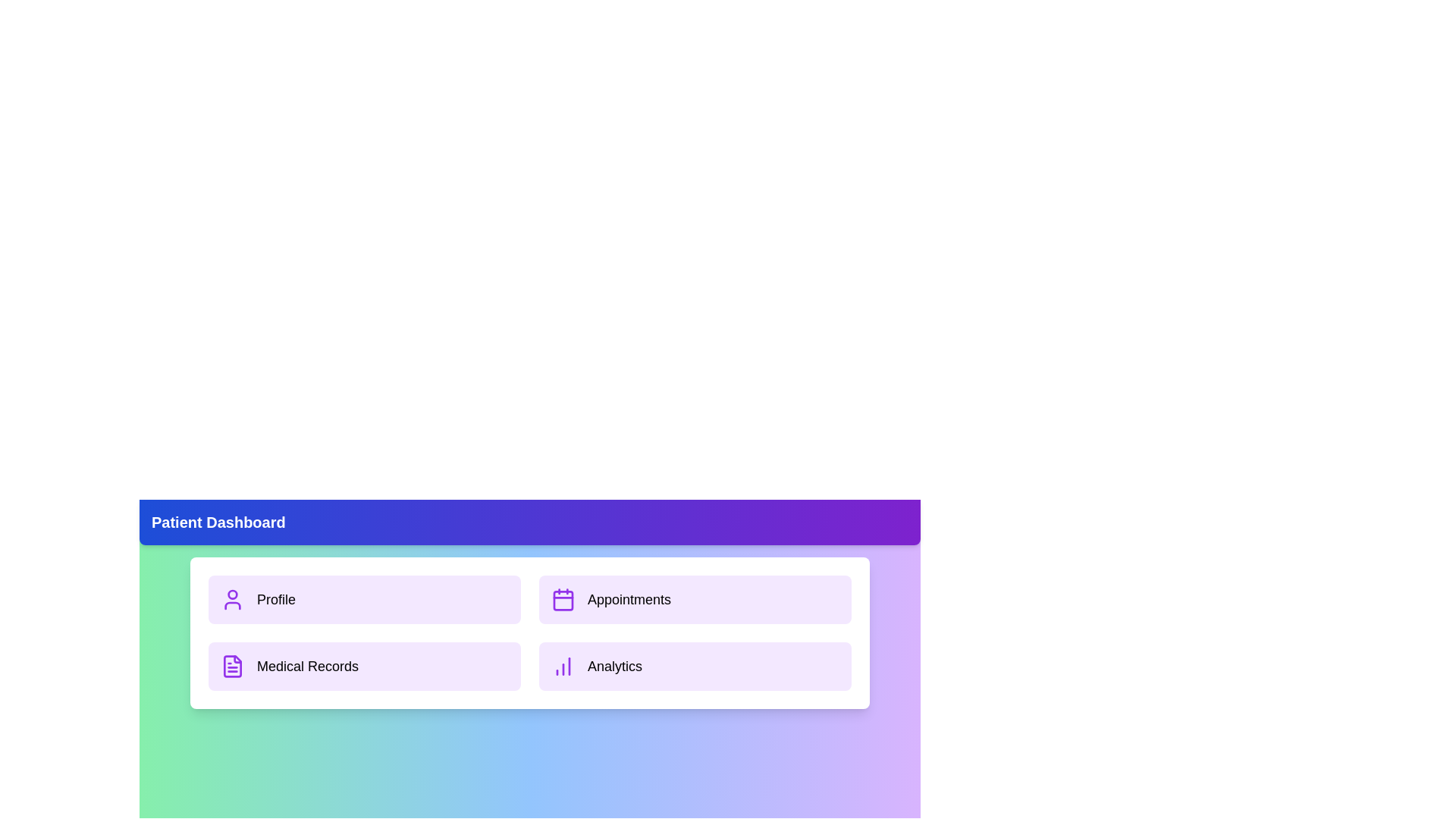  Describe the element at coordinates (530, 522) in the screenshot. I see `the header to toggle the menu visibility` at that location.